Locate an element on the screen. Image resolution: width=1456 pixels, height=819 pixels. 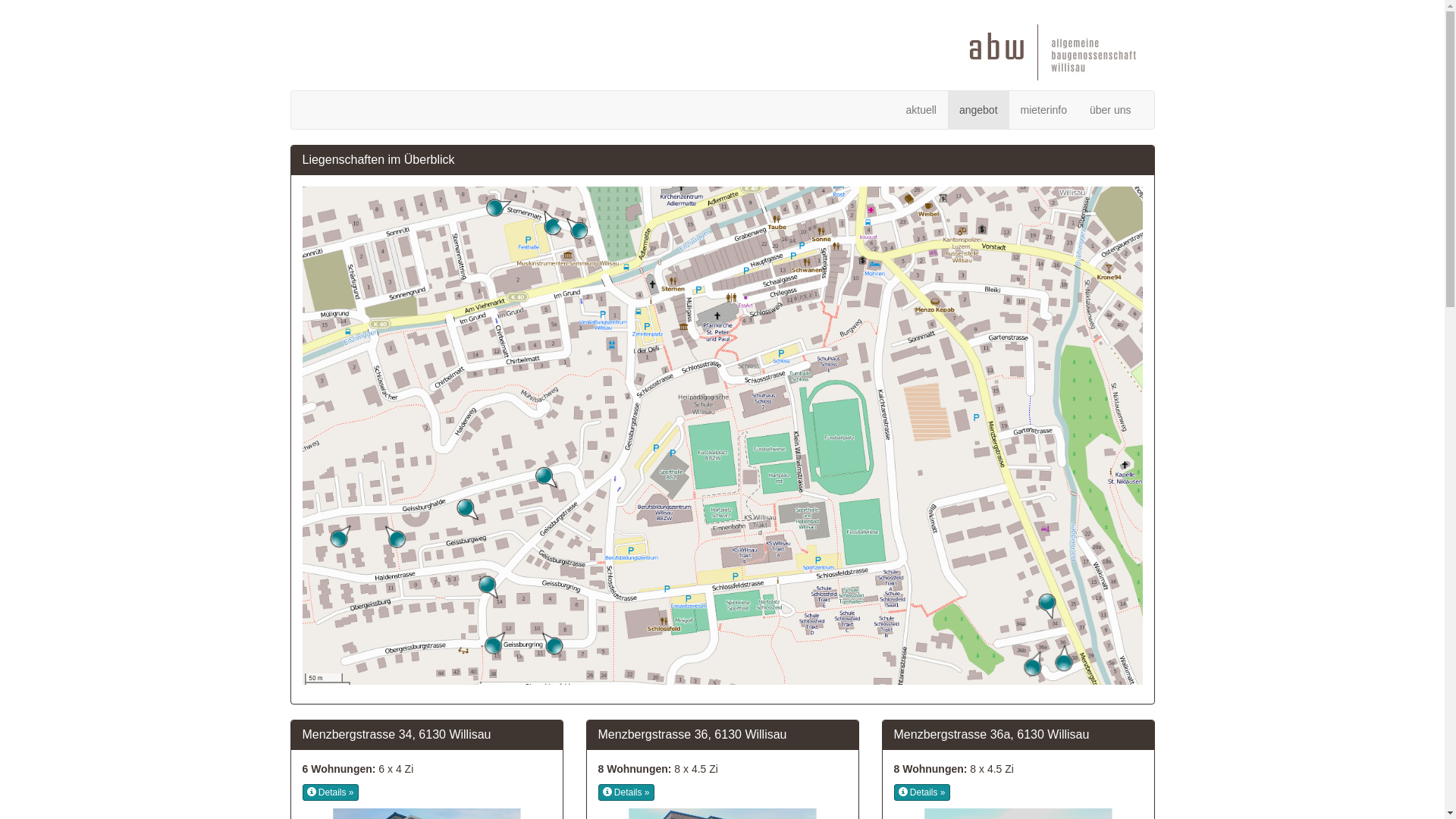
'mieterinfo' is located at coordinates (1043, 109).